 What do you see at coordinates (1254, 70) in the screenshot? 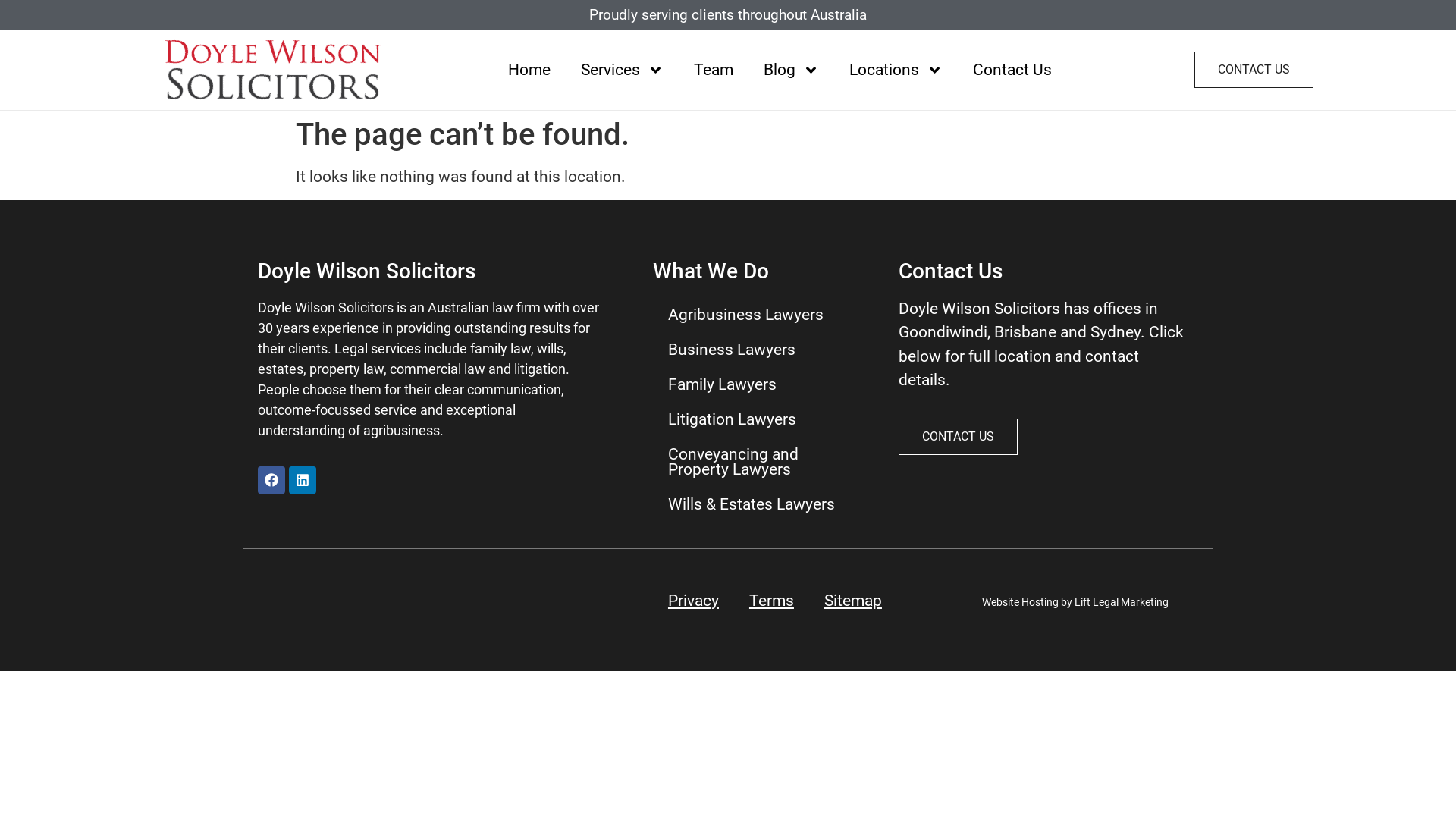
I see `'CONTACT US'` at bounding box center [1254, 70].